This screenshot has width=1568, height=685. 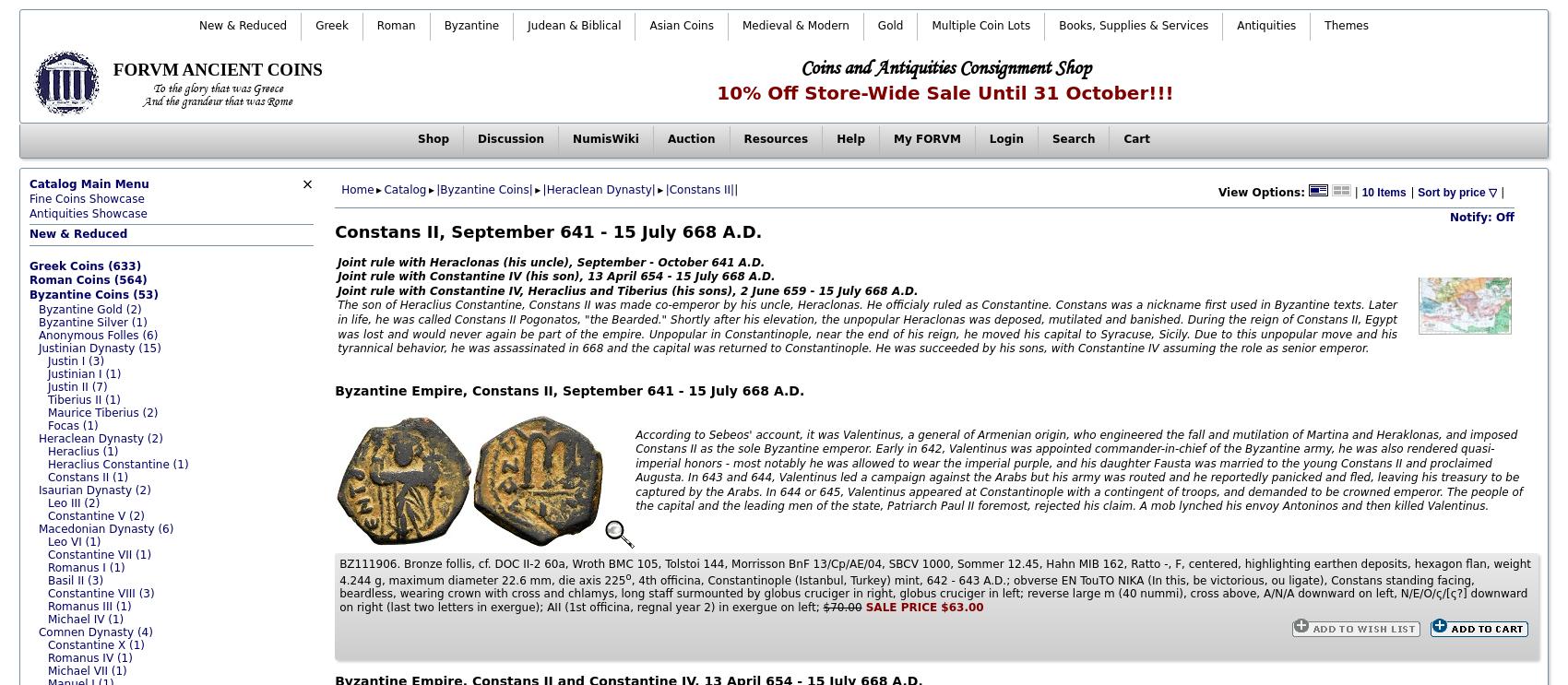 What do you see at coordinates (82, 449) in the screenshot?
I see `'Heraclius (1)'` at bounding box center [82, 449].